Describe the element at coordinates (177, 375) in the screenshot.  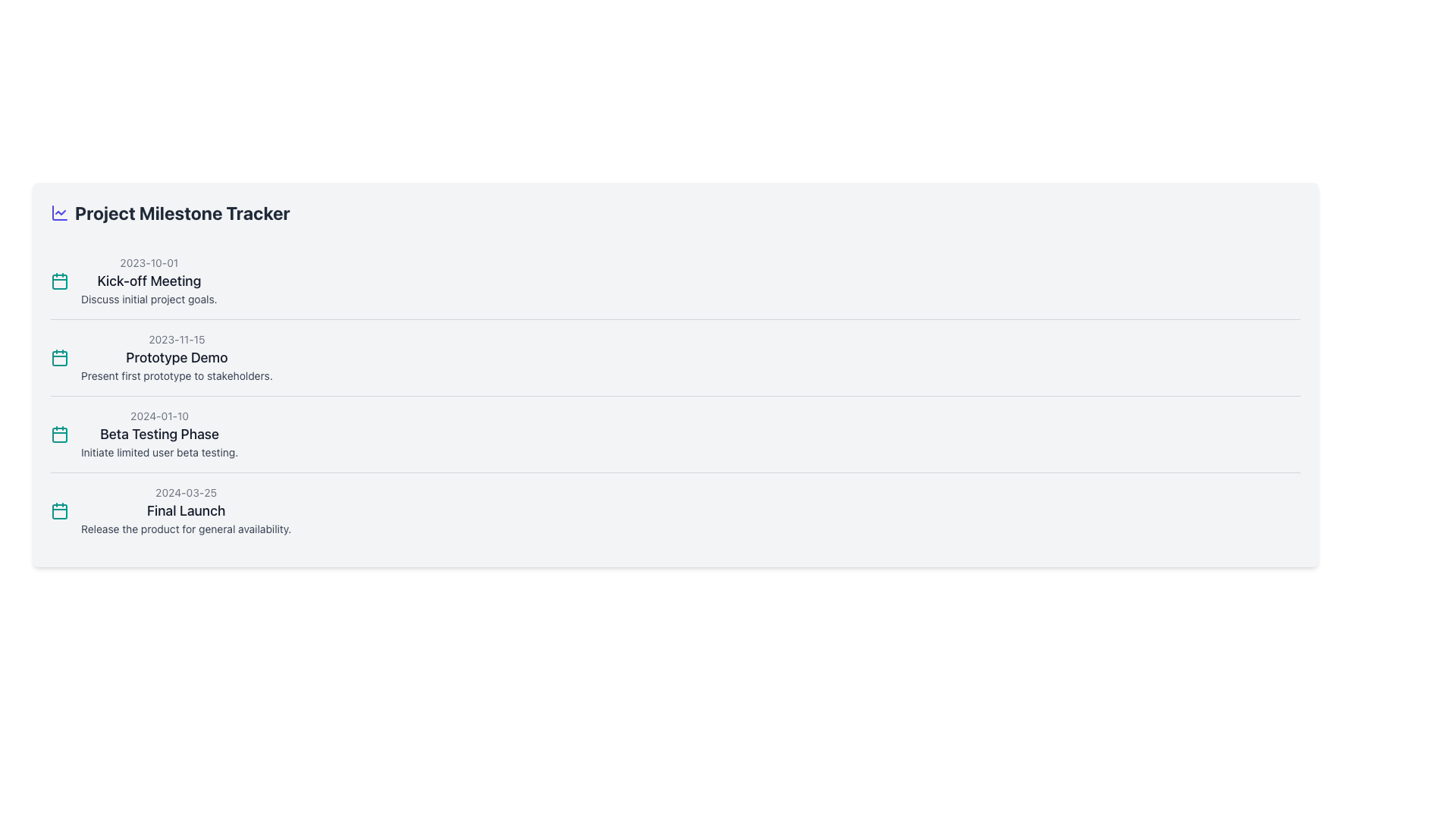
I see `the static text label that reads 'Present first prototype to stakeholders.', which is located below the heading 'Prototype Demo' and aligned with the date '2023-11-15'` at that location.